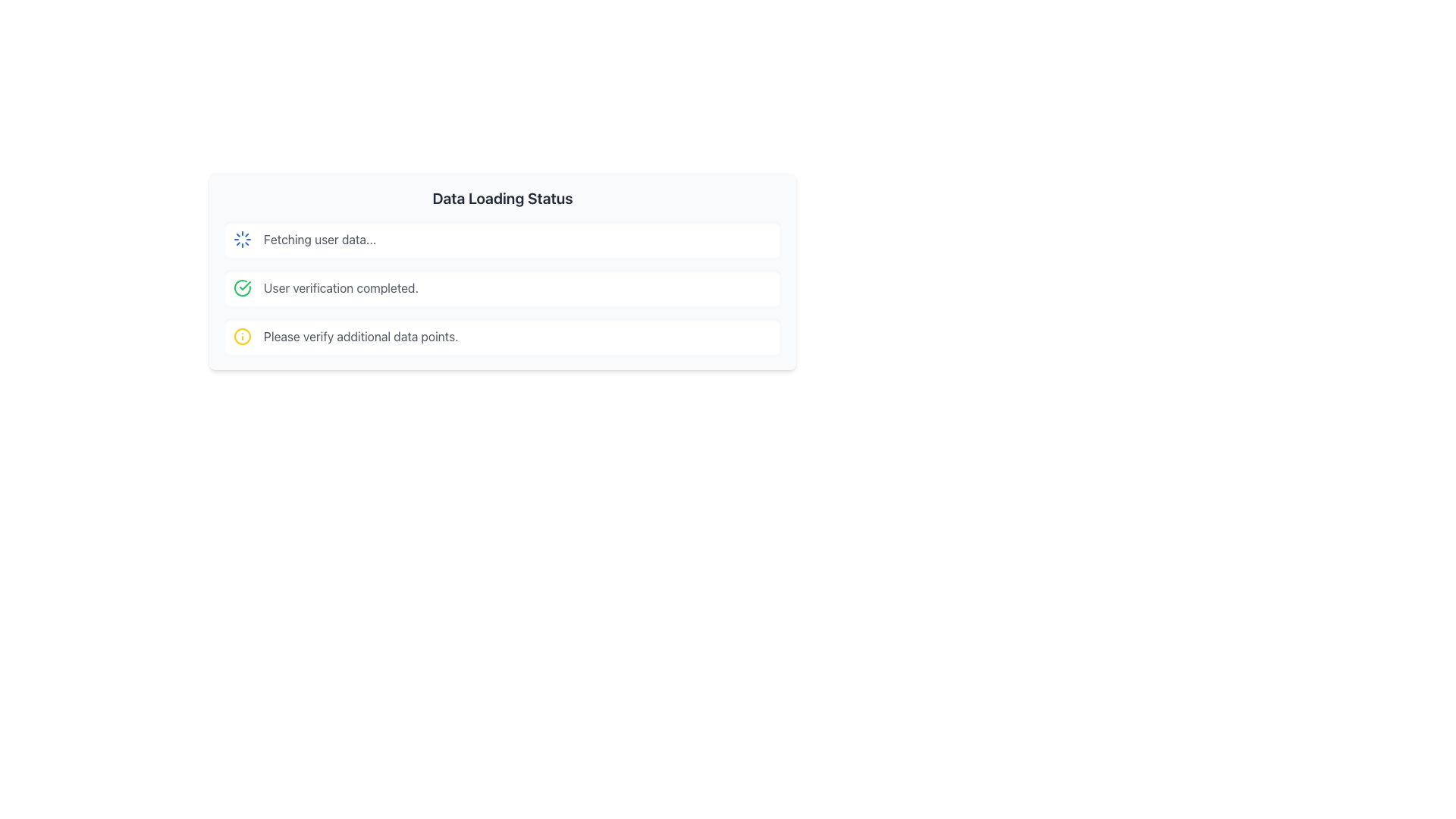  What do you see at coordinates (360, 335) in the screenshot?
I see `the informational text element that requests user verification, located to the right of a yellow icon in the third entry of a status list` at bounding box center [360, 335].